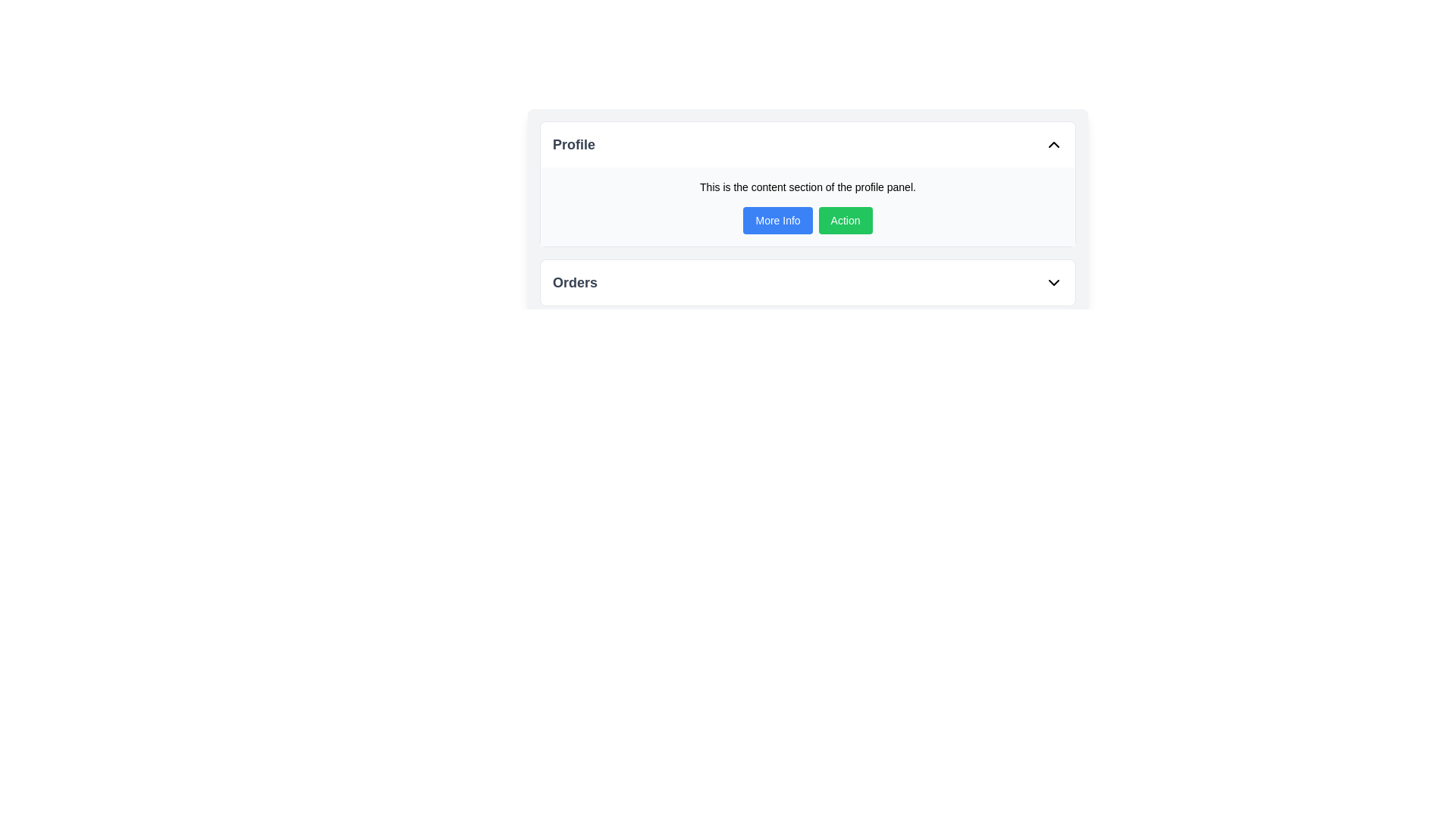 This screenshot has height=819, width=1456. What do you see at coordinates (807, 207) in the screenshot?
I see `the buttons inside the 'Profile' section's content area, which includes 'More Info' and 'Action'` at bounding box center [807, 207].